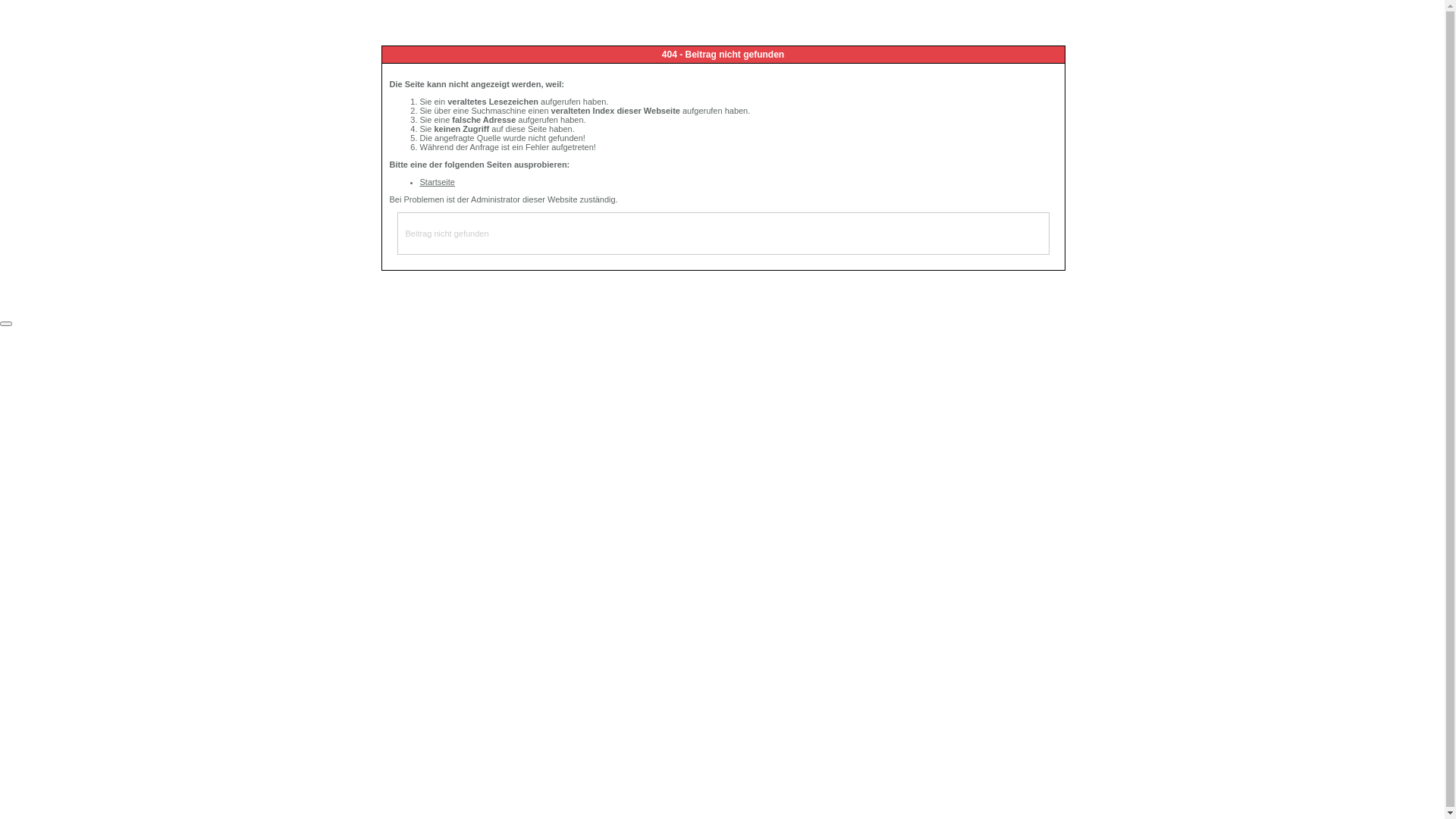 The height and width of the screenshot is (819, 1456). I want to click on 'Startseite', so click(436, 180).